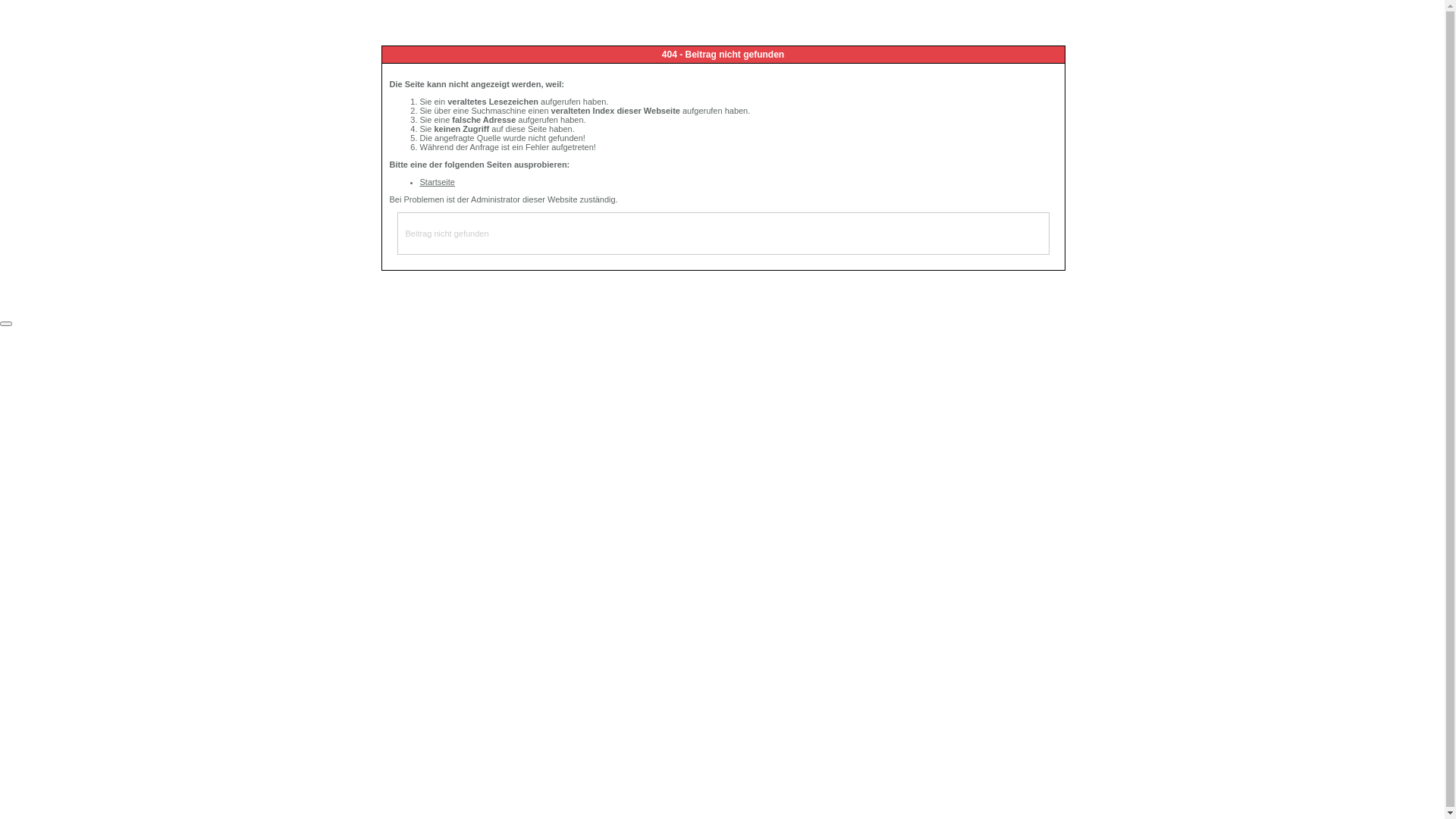 The height and width of the screenshot is (819, 1456). I want to click on 'Startseite', so click(436, 180).